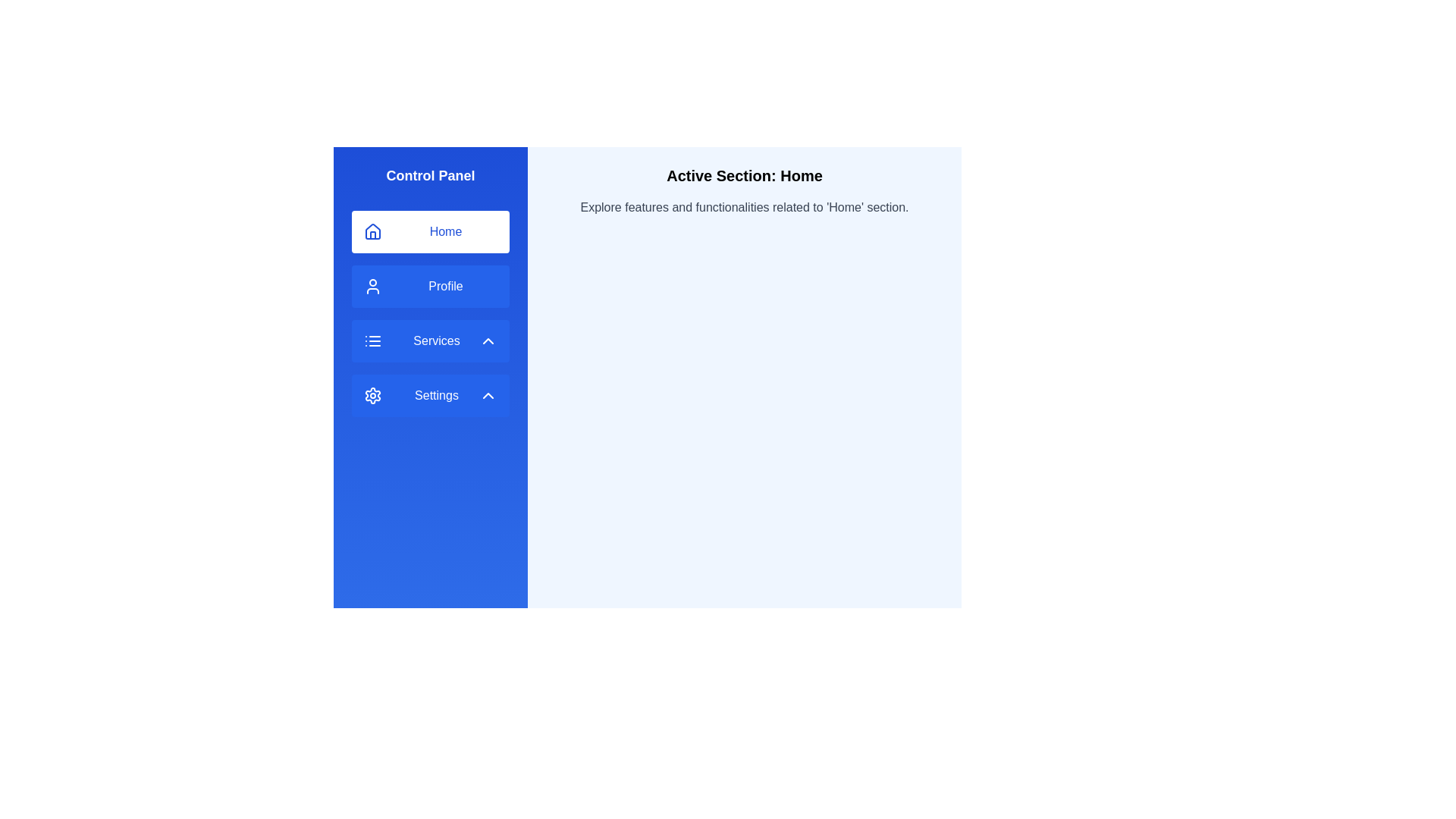  I want to click on the upward-pointing chevron icon with a hollow outline within the blue background, located in the 'Settings' button of the vertical navigation panel, so click(488, 394).